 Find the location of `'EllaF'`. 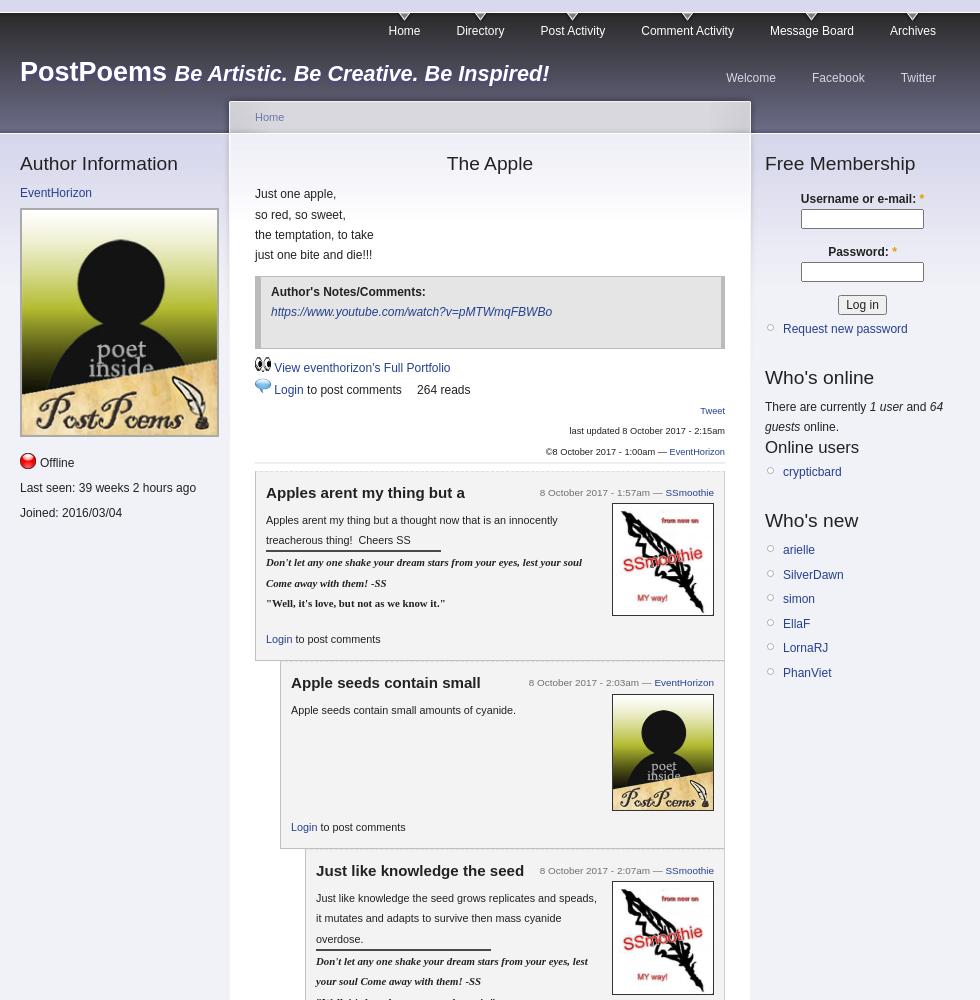

'EllaF' is located at coordinates (796, 622).